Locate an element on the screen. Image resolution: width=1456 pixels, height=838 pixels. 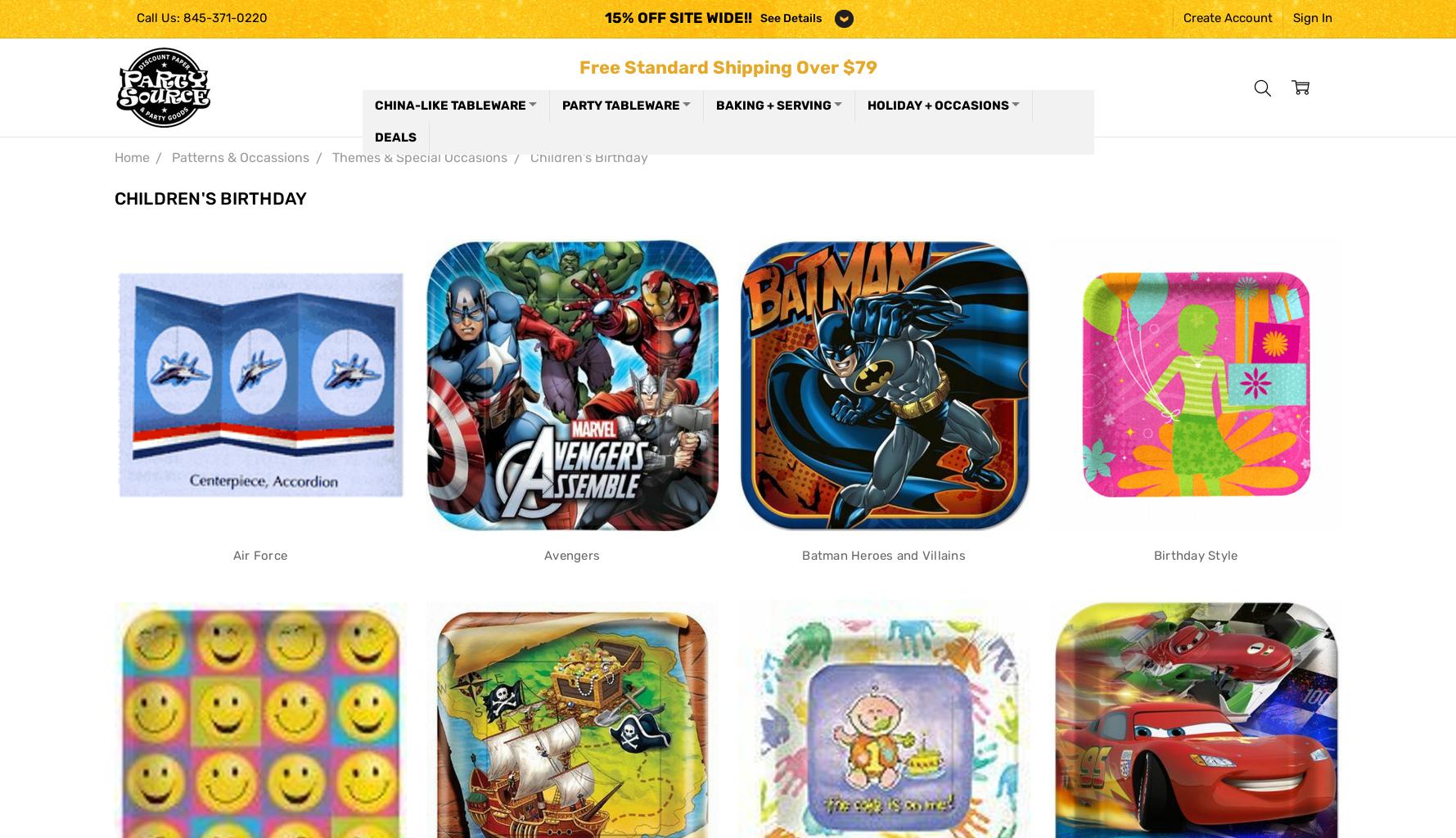
'See Details' is located at coordinates (758, 17).